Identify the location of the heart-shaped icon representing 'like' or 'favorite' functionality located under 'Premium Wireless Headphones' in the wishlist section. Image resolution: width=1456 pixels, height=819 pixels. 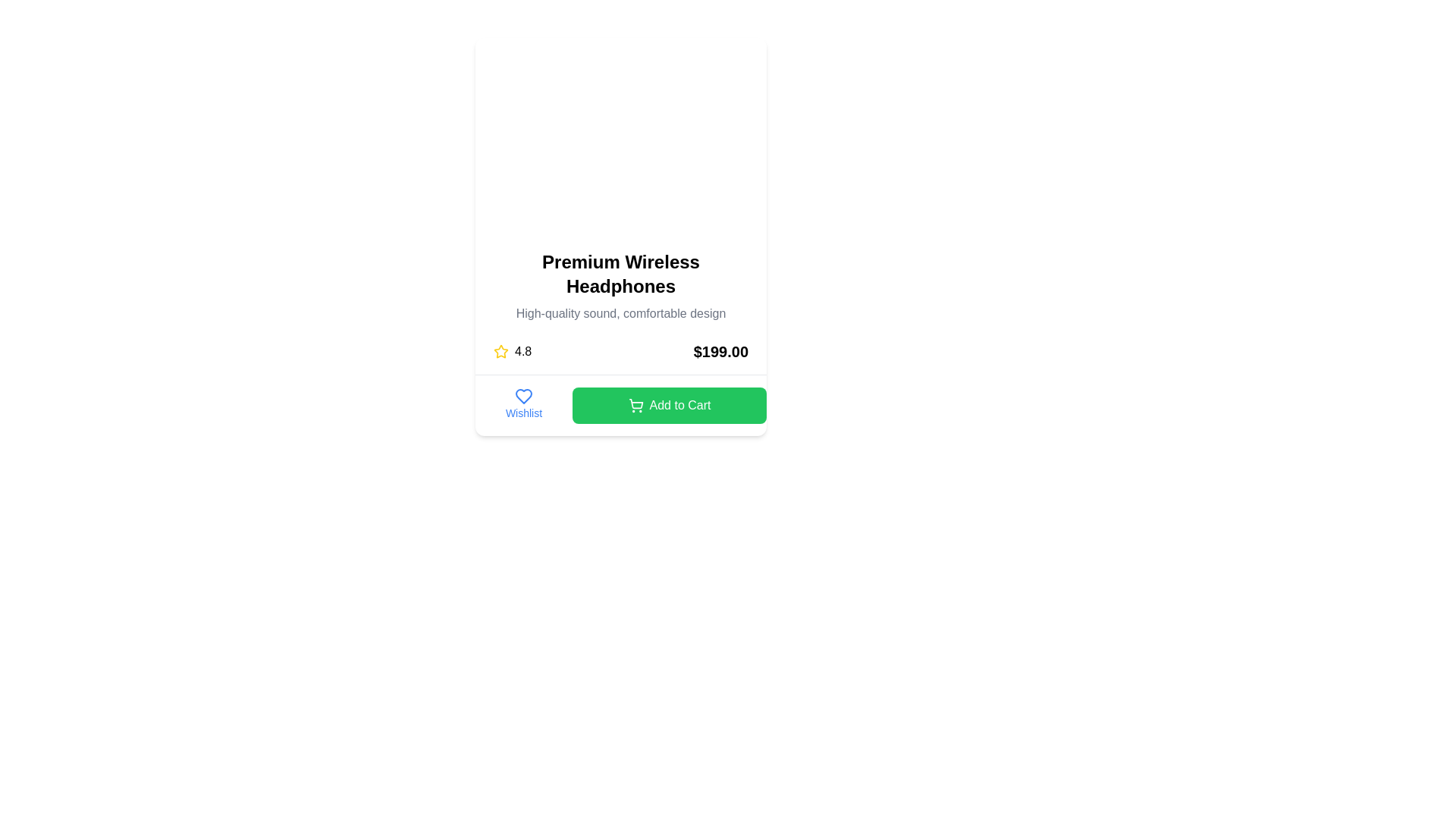
(524, 396).